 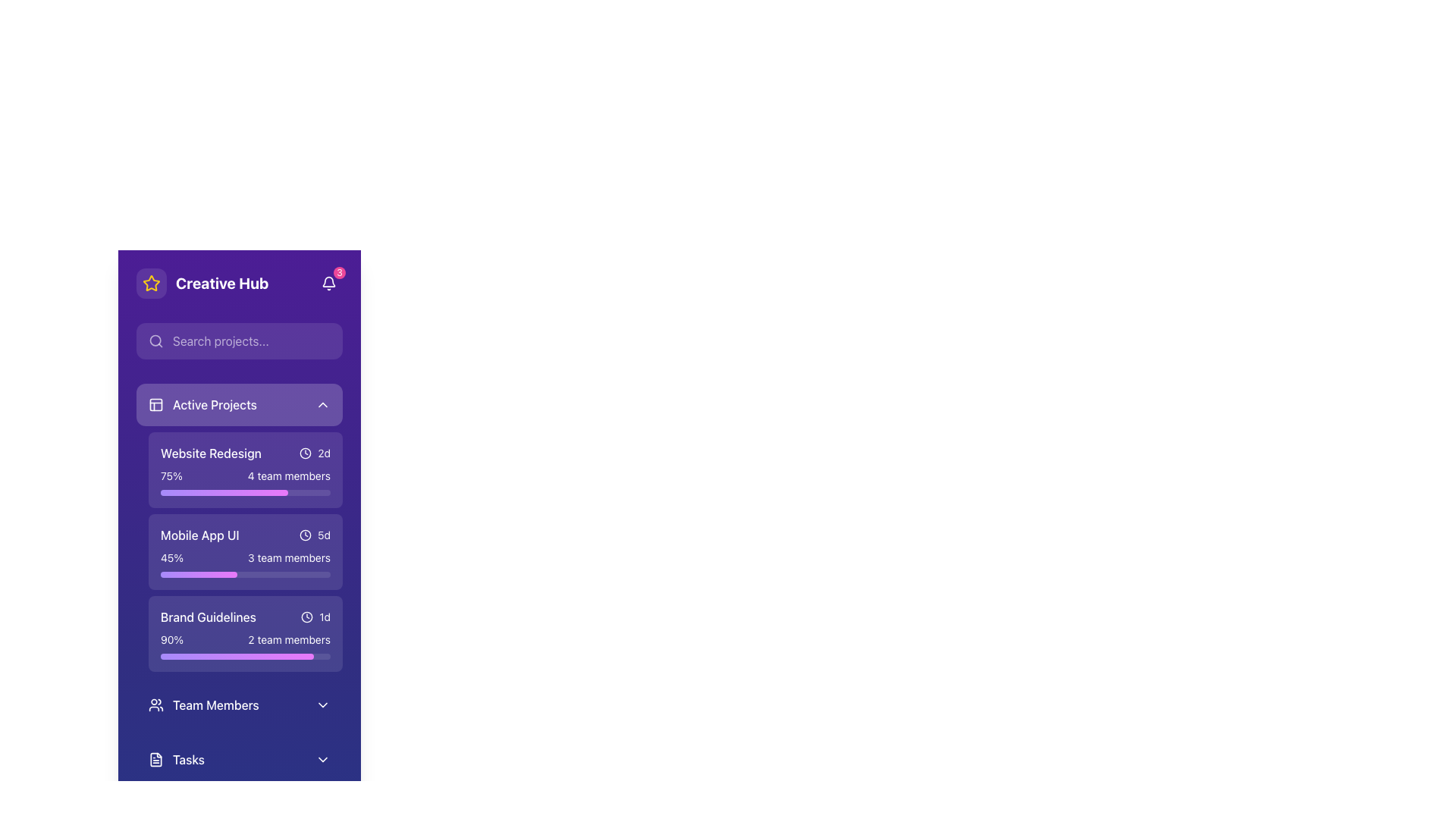 I want to click on the icon representing 'Active Projects' located adjacent to the text 'Active Projects' in the user interface, so click(x=156, y=403).